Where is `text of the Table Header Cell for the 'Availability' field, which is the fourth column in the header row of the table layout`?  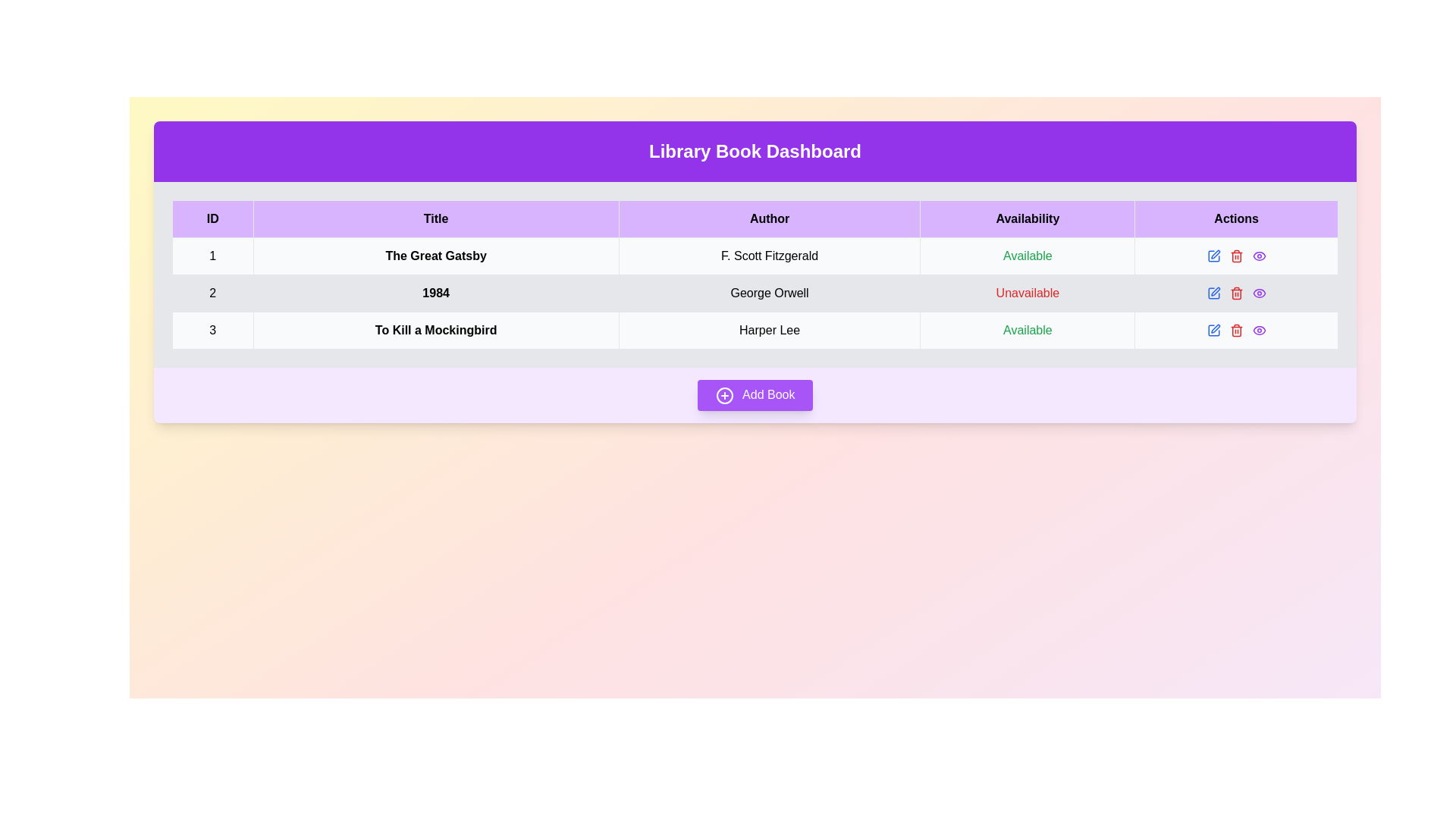
text of the Table Header Cell for the 'Availability' field, which is the fourth column in the header row of the table layout is located at coordinates (1028, 219).